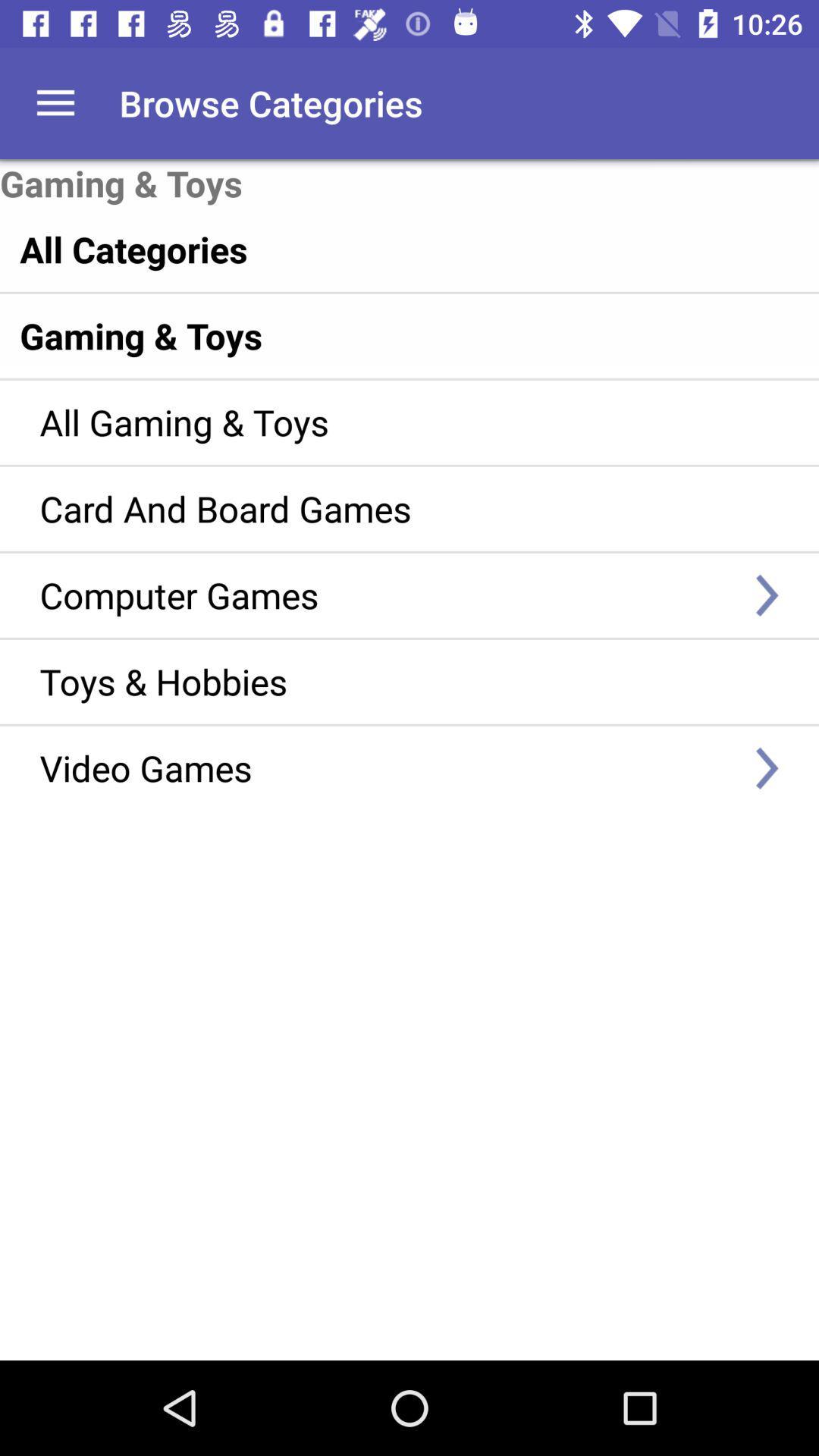 This screenshot has height=1456, width=819. Describe the element at coordinates (387, 767) in the screenshot. I see `the video games icon` at that location.